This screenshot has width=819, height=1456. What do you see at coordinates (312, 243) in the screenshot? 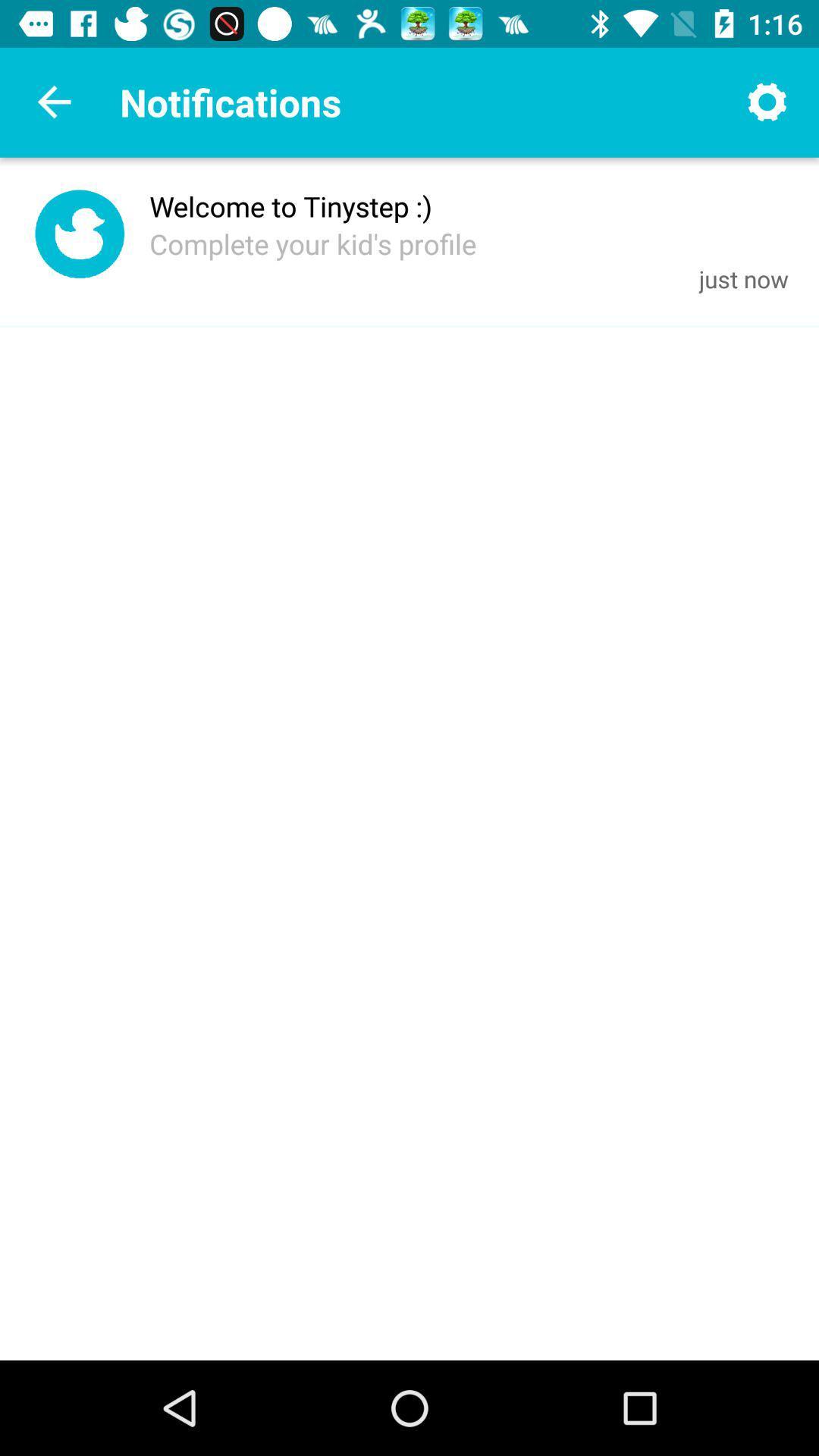
I see `the complete your kid icon` at bounding box center [312, 243].